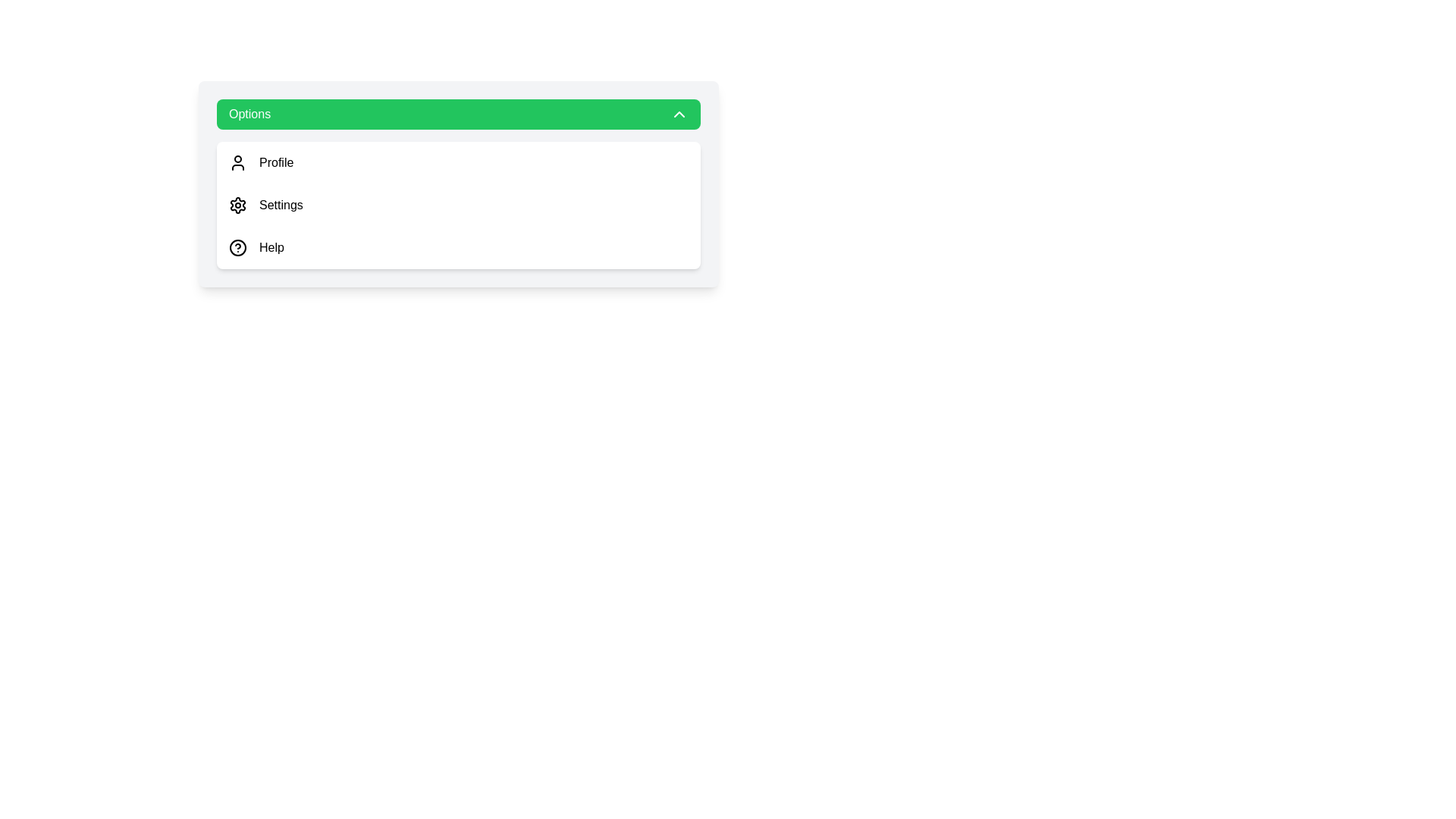  I want to click on text from the descriptive text label located in the lower section of the dropdown menu, positioned to the right of the help icon, so click(271, 247).